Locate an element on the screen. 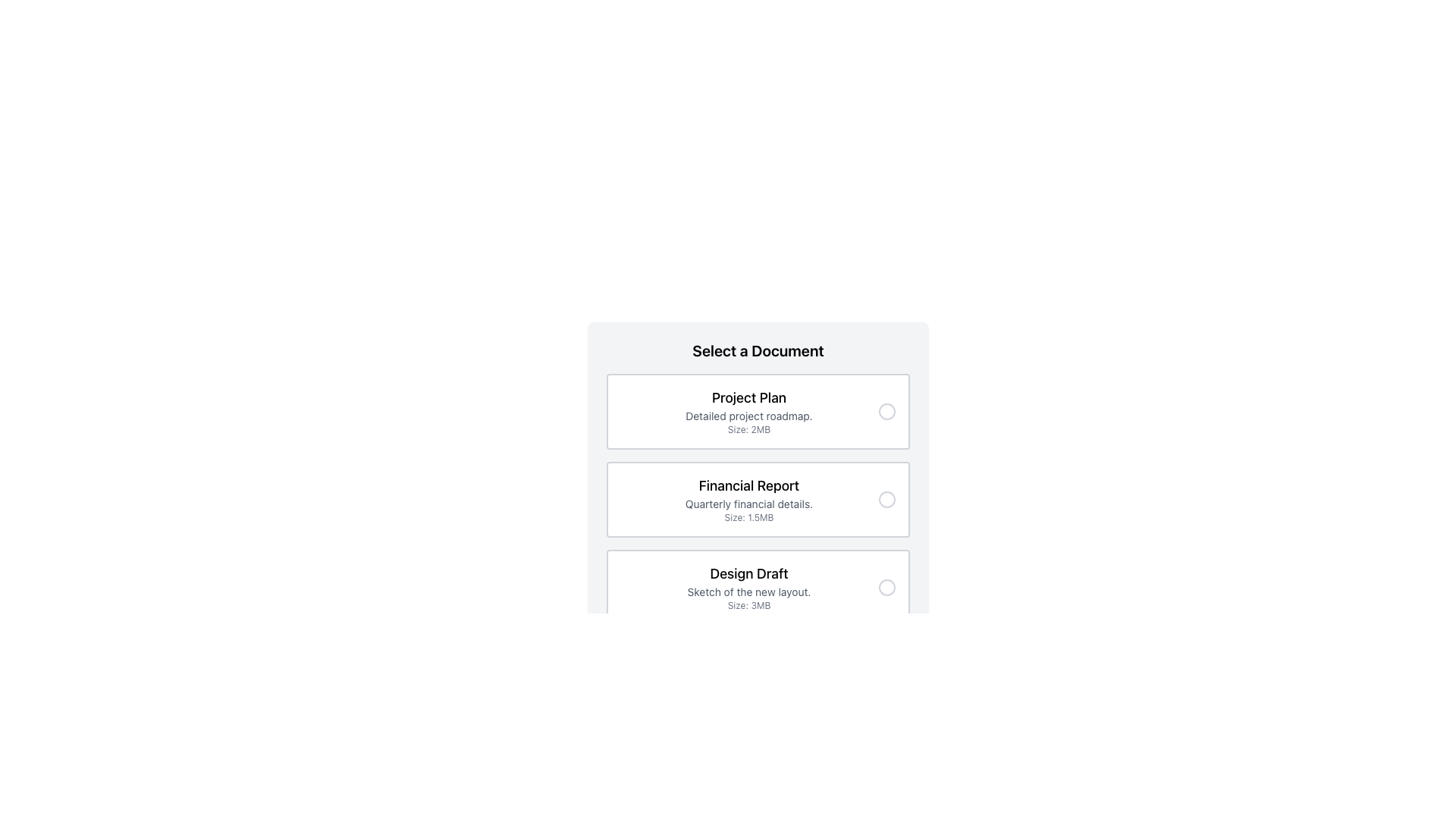 The height and width of the screenshot is (819, 1456). code for the SVG circle that represents the selected state of the radio button next to the 'Financial Report' label is located at coordinates (887, 500).